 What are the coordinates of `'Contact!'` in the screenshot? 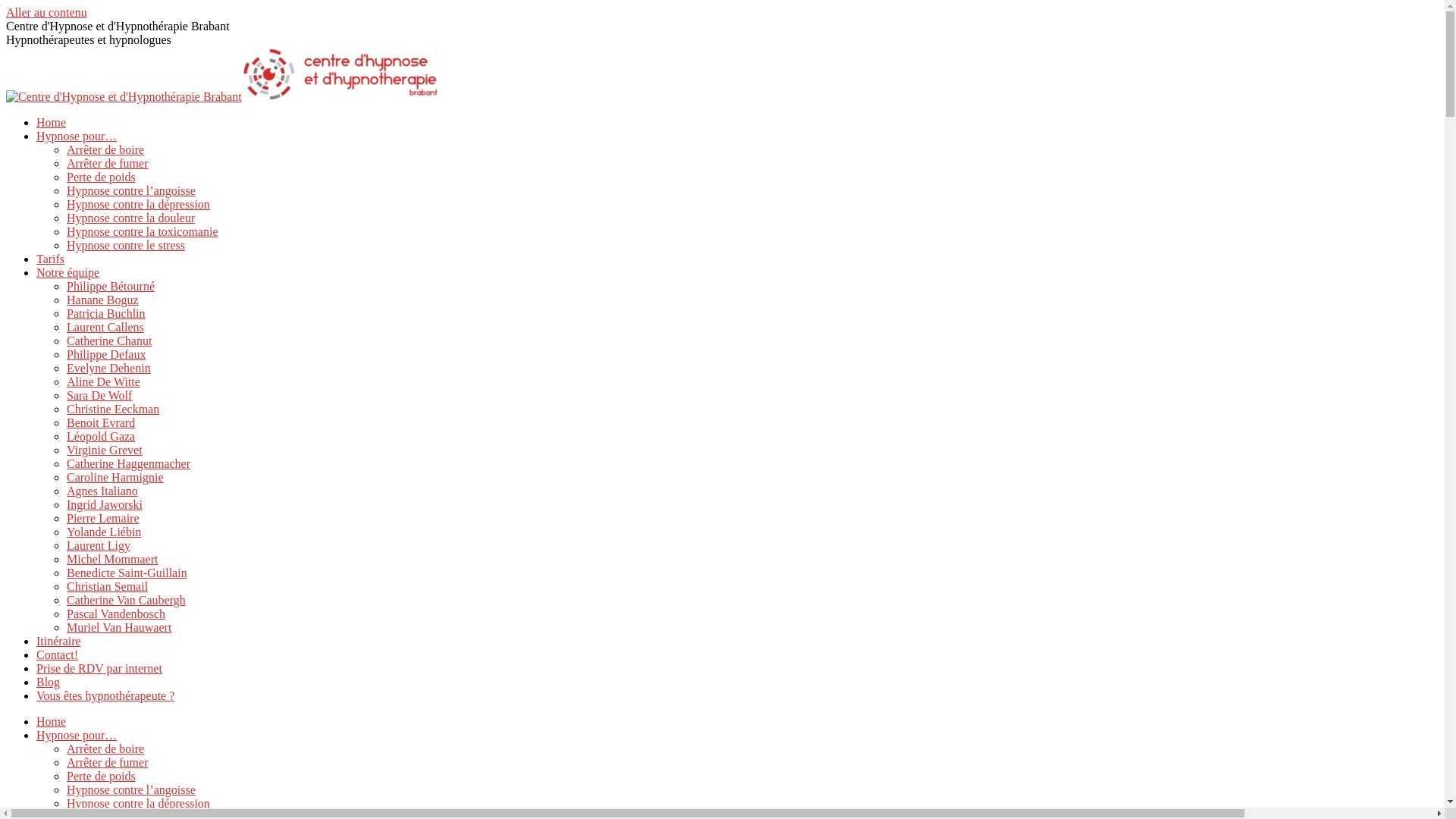 It's located at (36, 654).